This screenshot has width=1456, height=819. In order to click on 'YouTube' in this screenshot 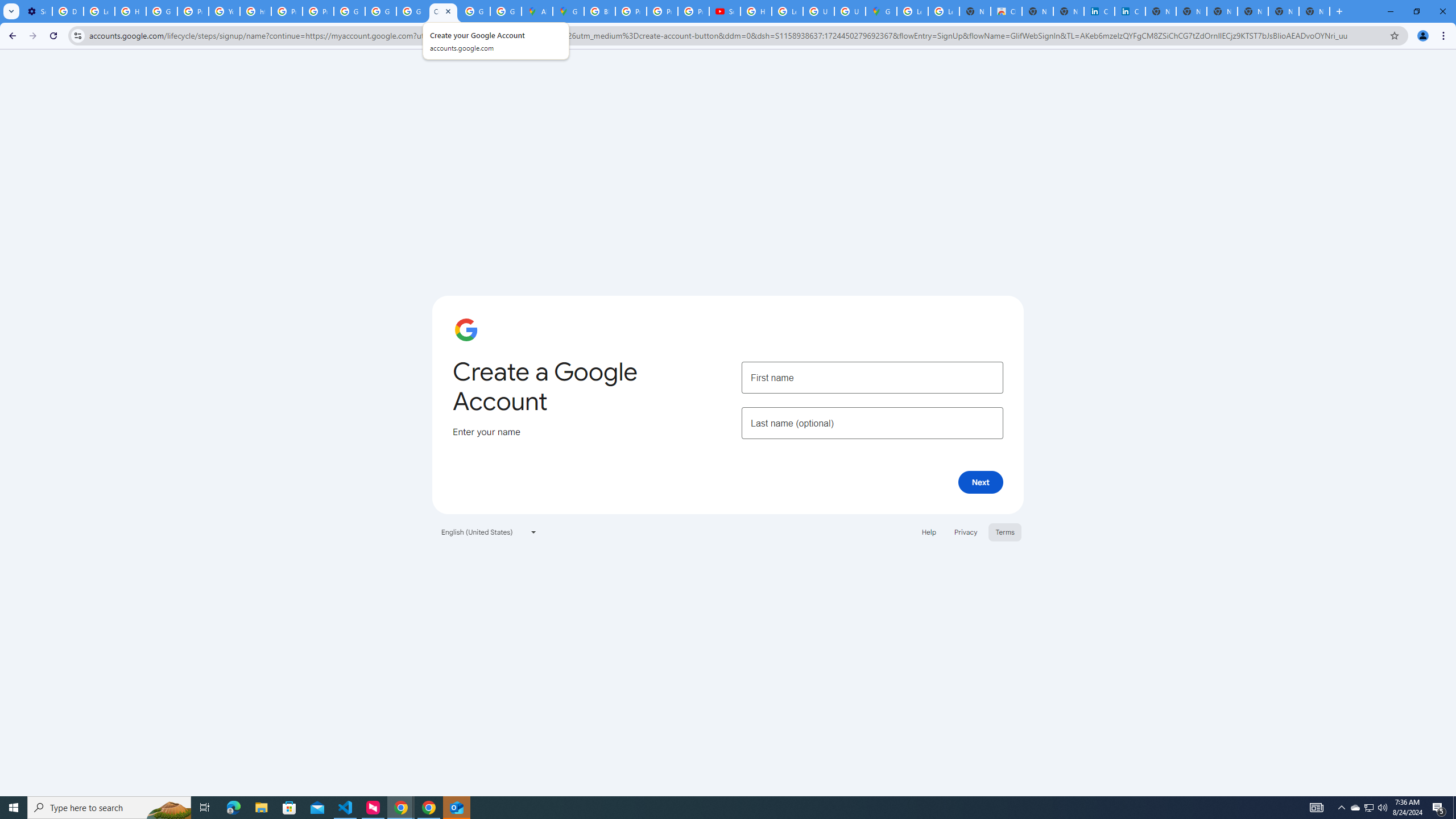, I will do `click(224, 11)`.